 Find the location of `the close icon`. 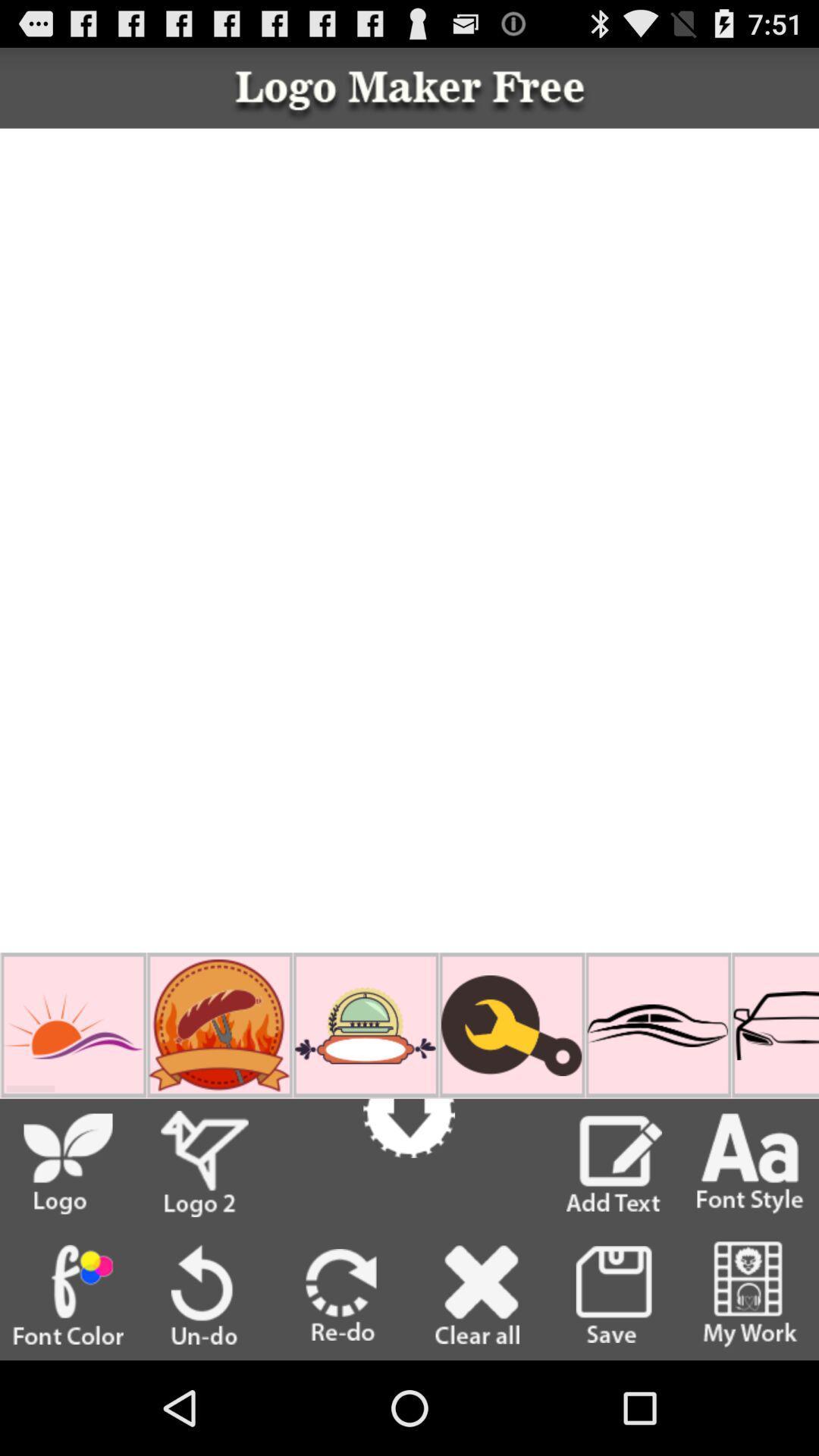

the close icon is located at coordinates (476, 1385).